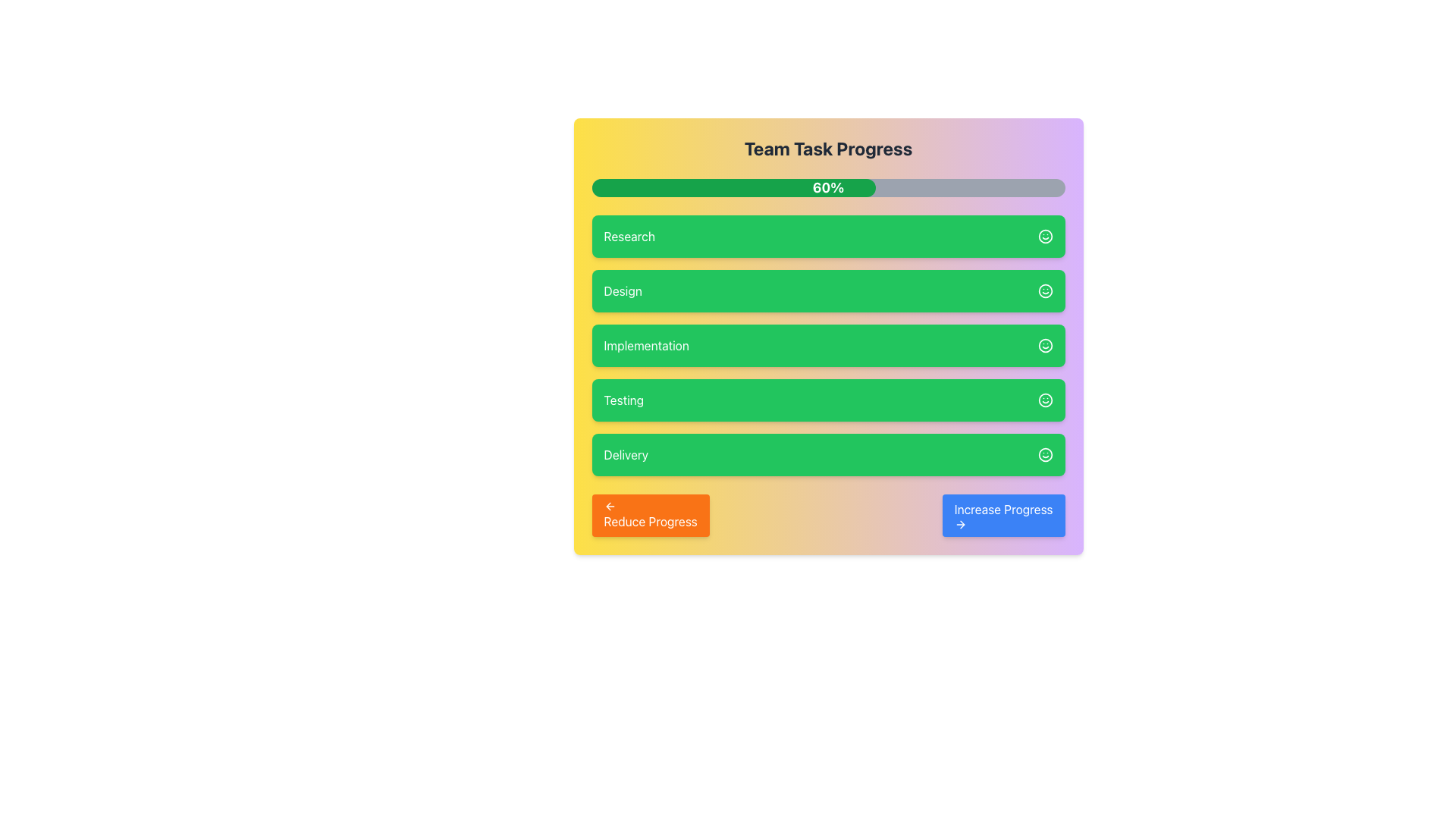 This screenshot has height=819, width=1456. What do you see at coordinates (1044, 237) in the screenshot?
I see `the success indicator icon located at the upper right corner of the 'Research' row under the 'Team Task Progress' header` at bounding box center [1044, 237].